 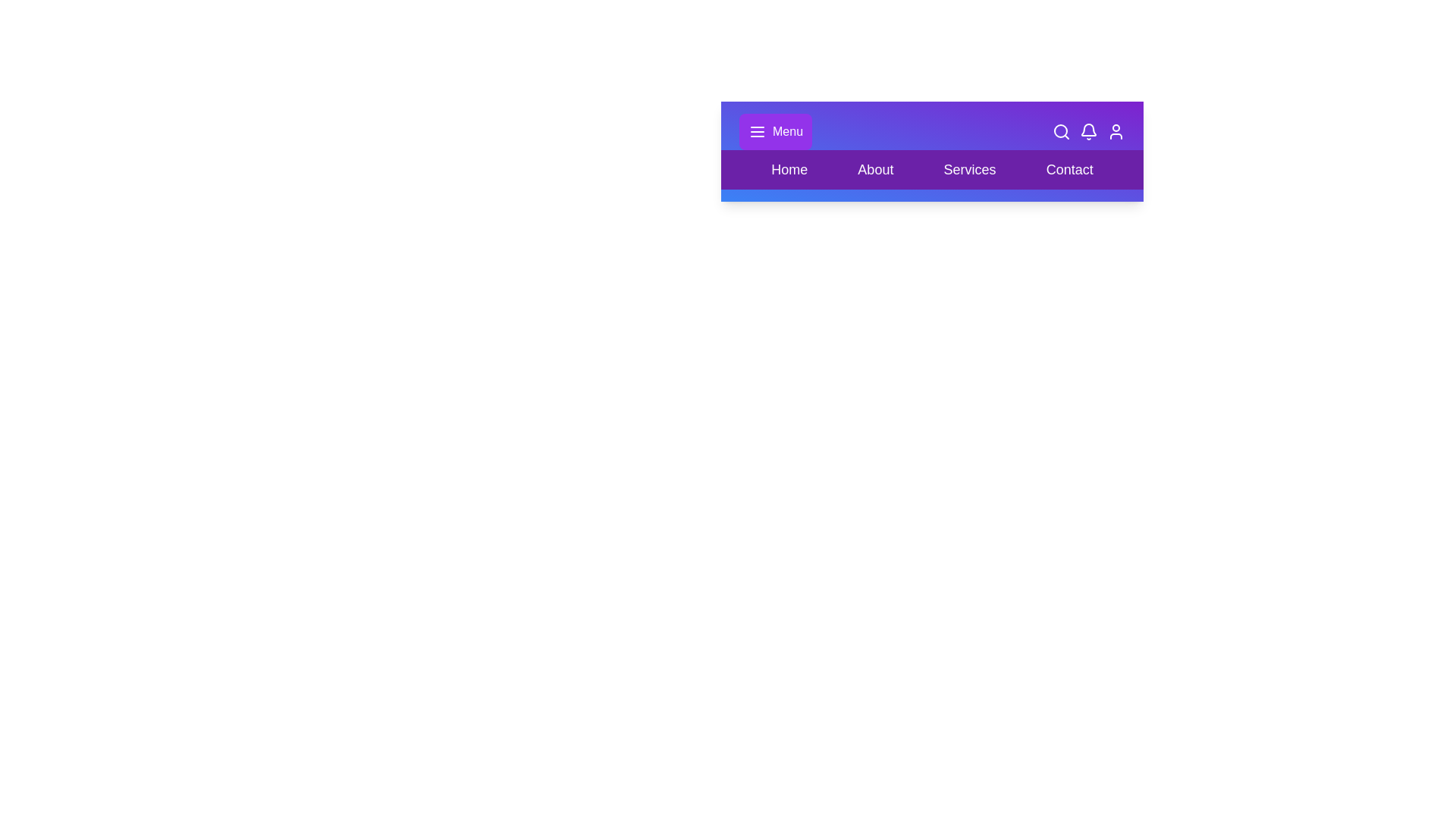 I want to click on the 'User Profile' icon to access profile settings, so click(x=1116, y=130).